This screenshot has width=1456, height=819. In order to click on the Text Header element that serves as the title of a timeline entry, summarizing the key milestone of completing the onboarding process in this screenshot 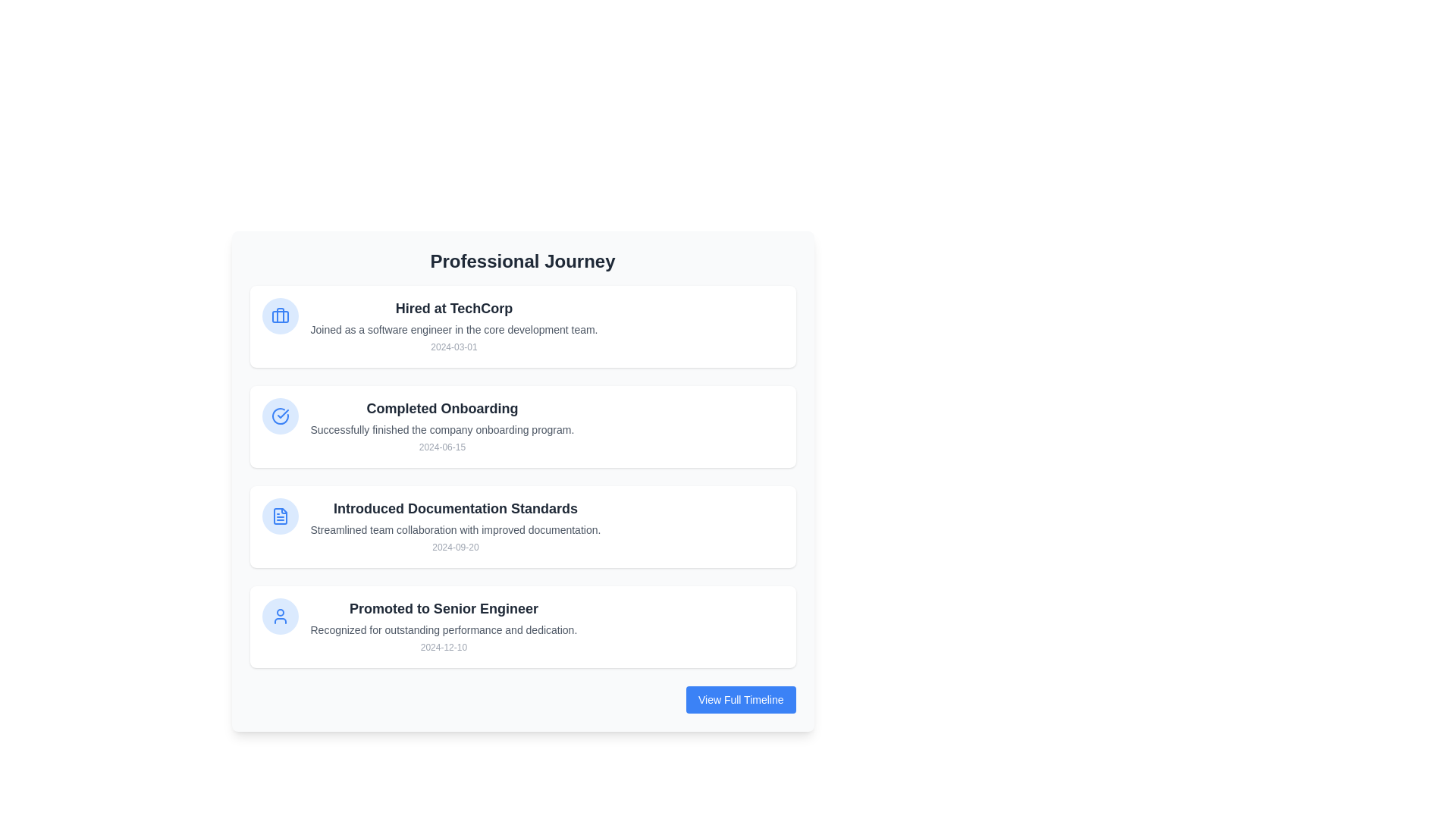, I will do `click(441, 408)`.